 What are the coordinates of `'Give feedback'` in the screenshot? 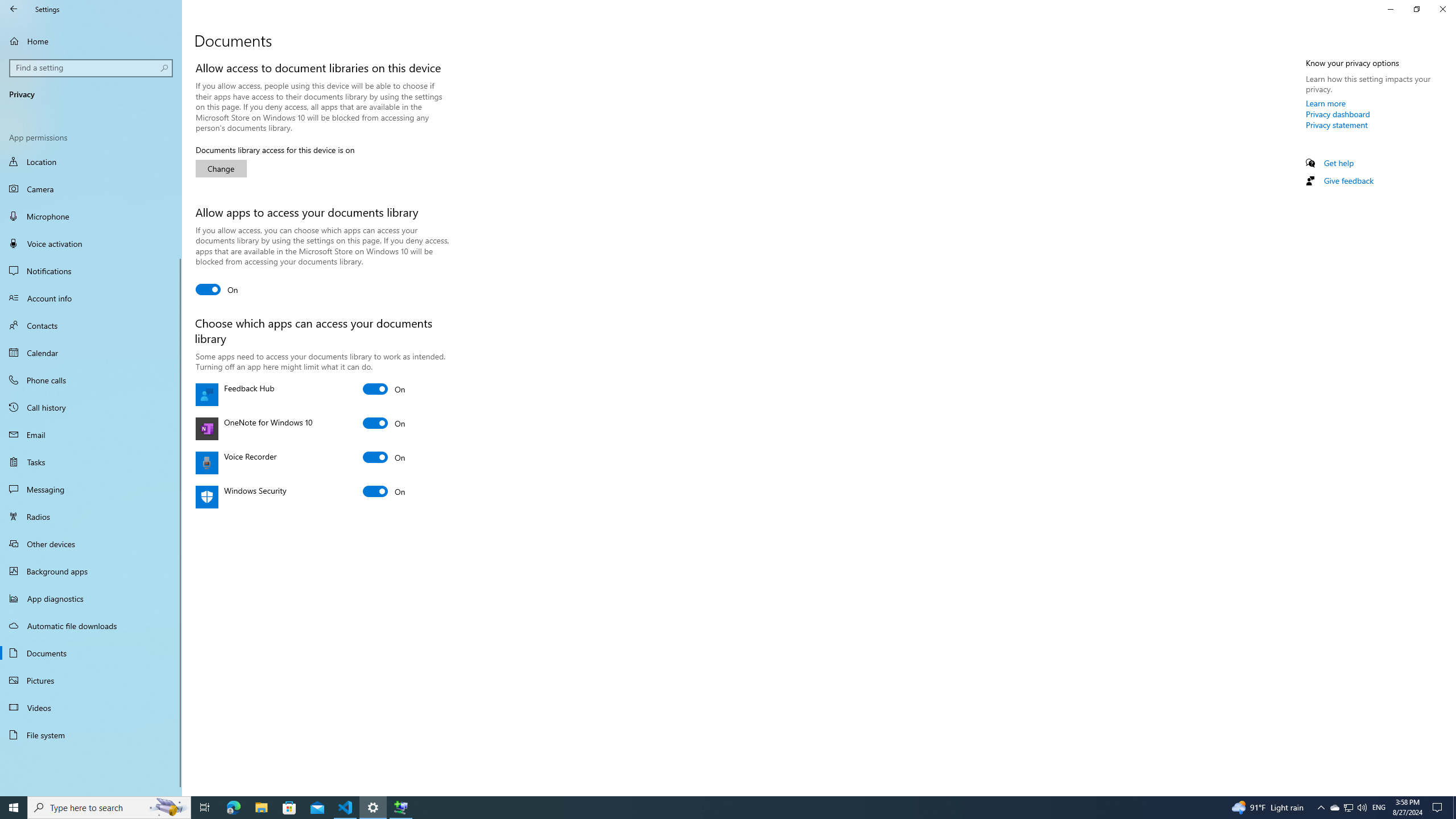 It's located at (1347, 180).